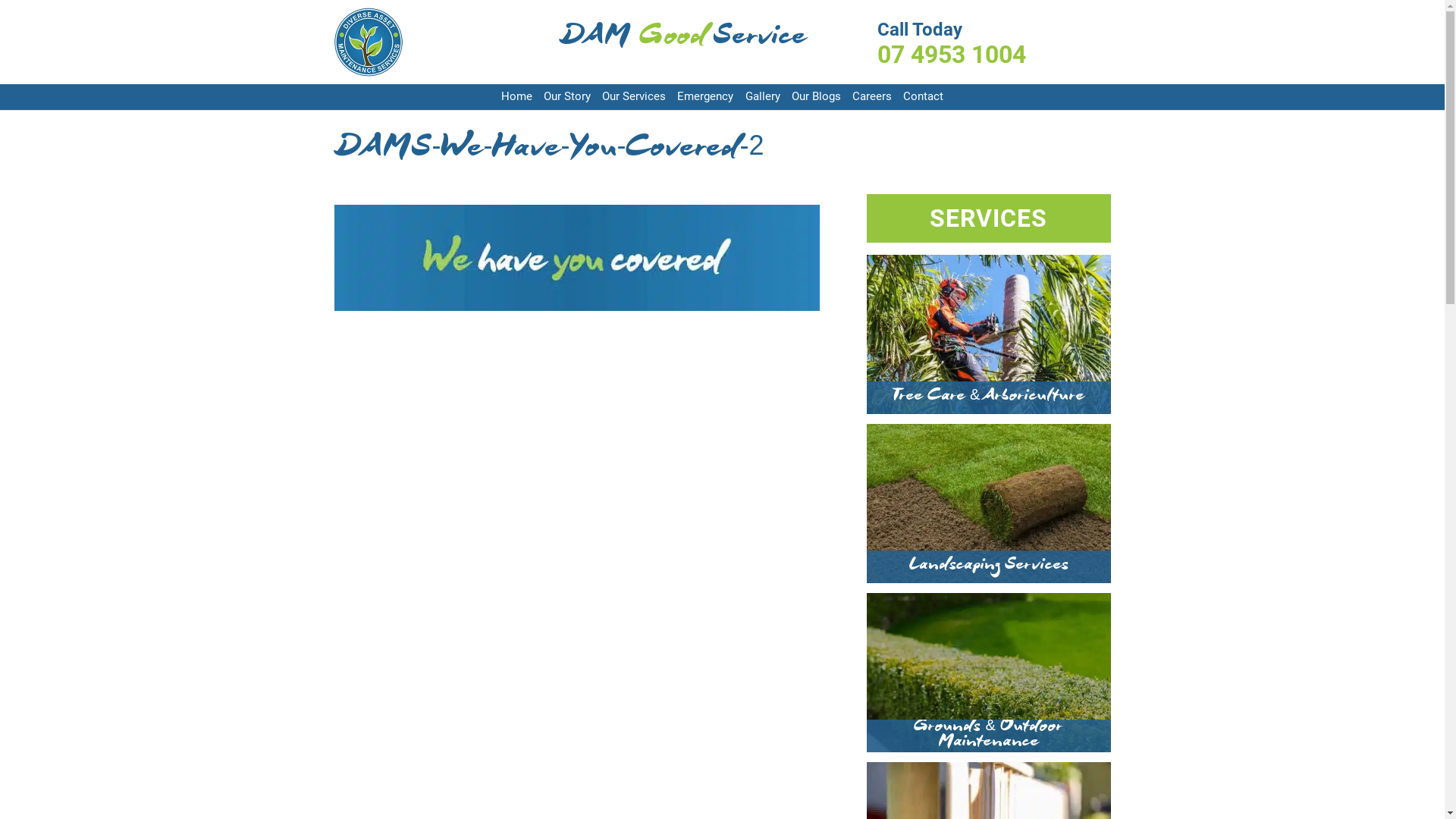 The height and width of the screenshot is (819, 1456). I want to click on 'Careers', so click(872, 97).